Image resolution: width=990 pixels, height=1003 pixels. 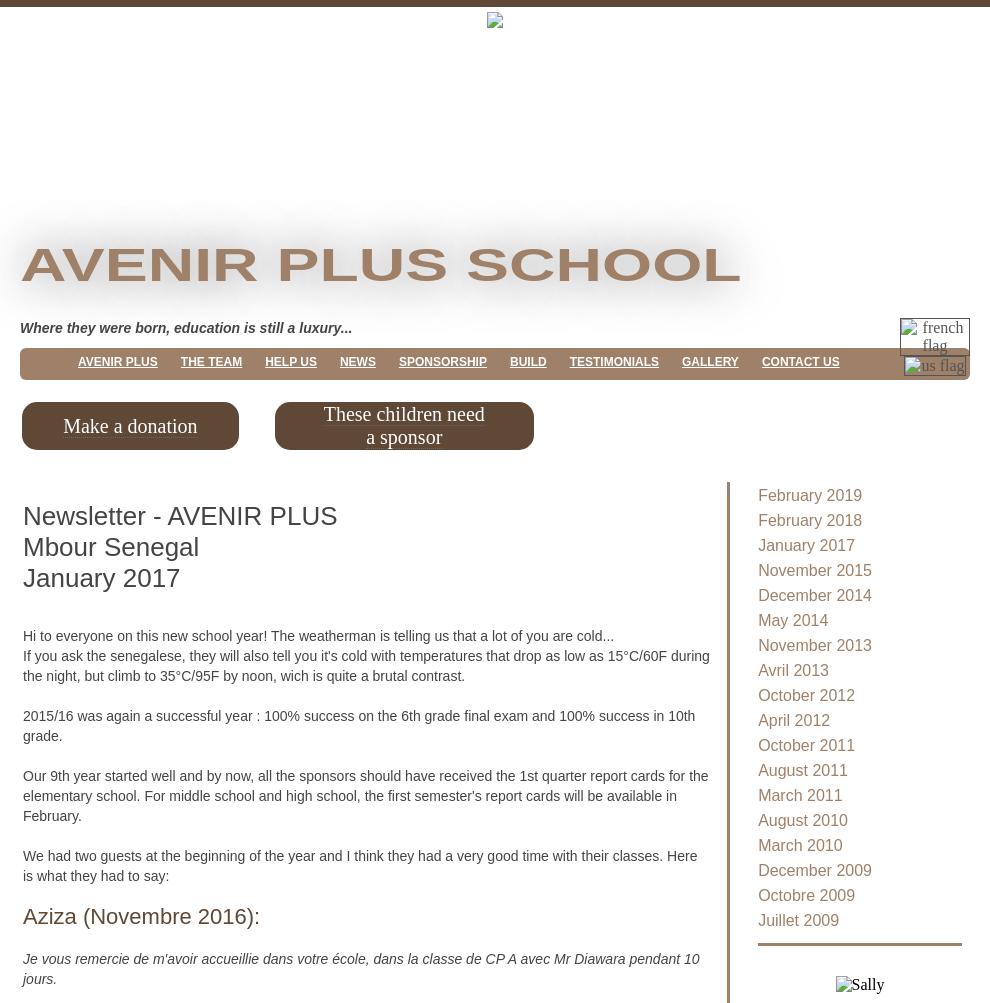 I want to click on 'November 2015', so click(x=813, y=569).